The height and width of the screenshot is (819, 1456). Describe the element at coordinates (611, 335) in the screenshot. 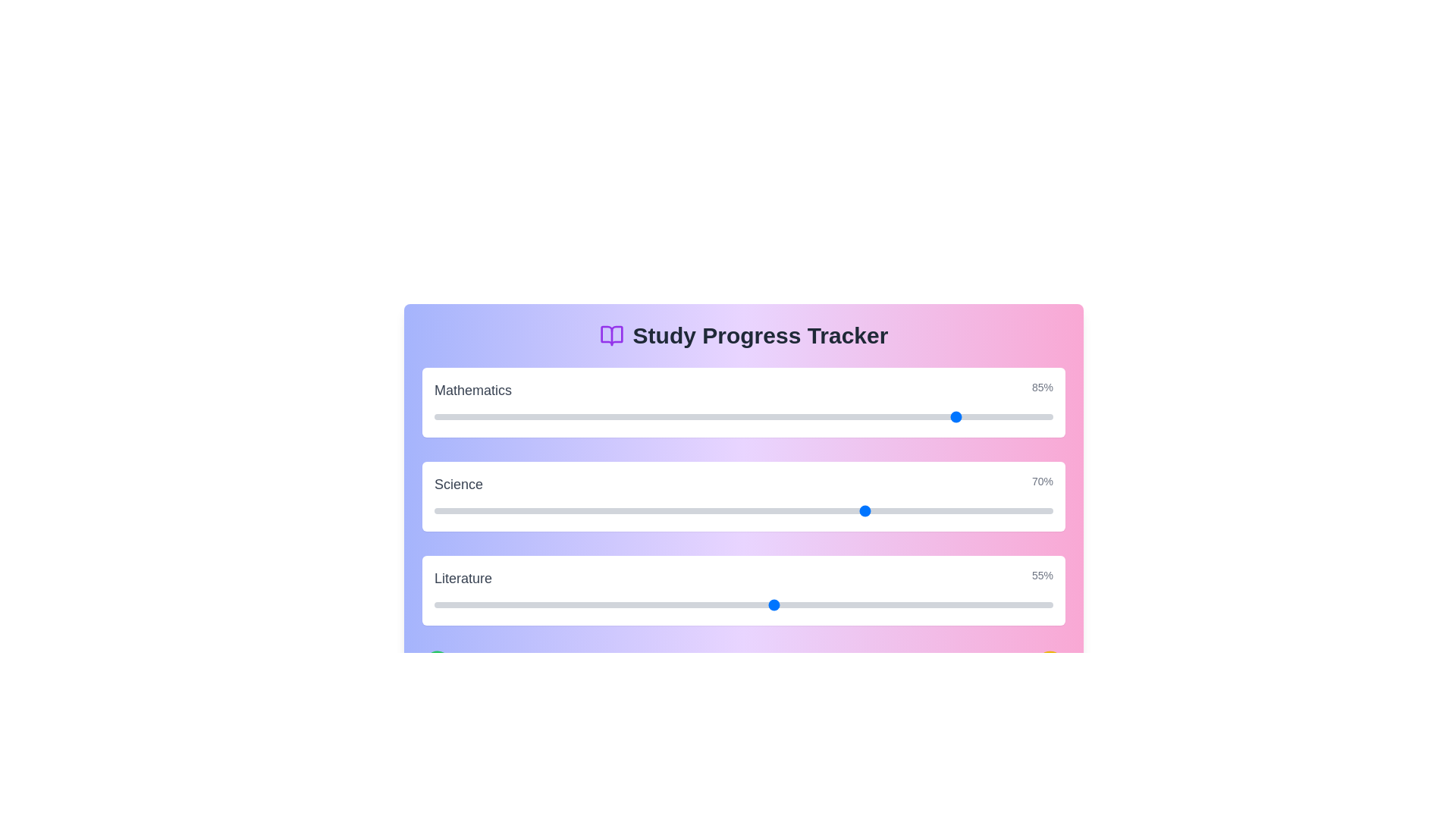

I see `the 'BookOpen' icon next to the title` at that location.